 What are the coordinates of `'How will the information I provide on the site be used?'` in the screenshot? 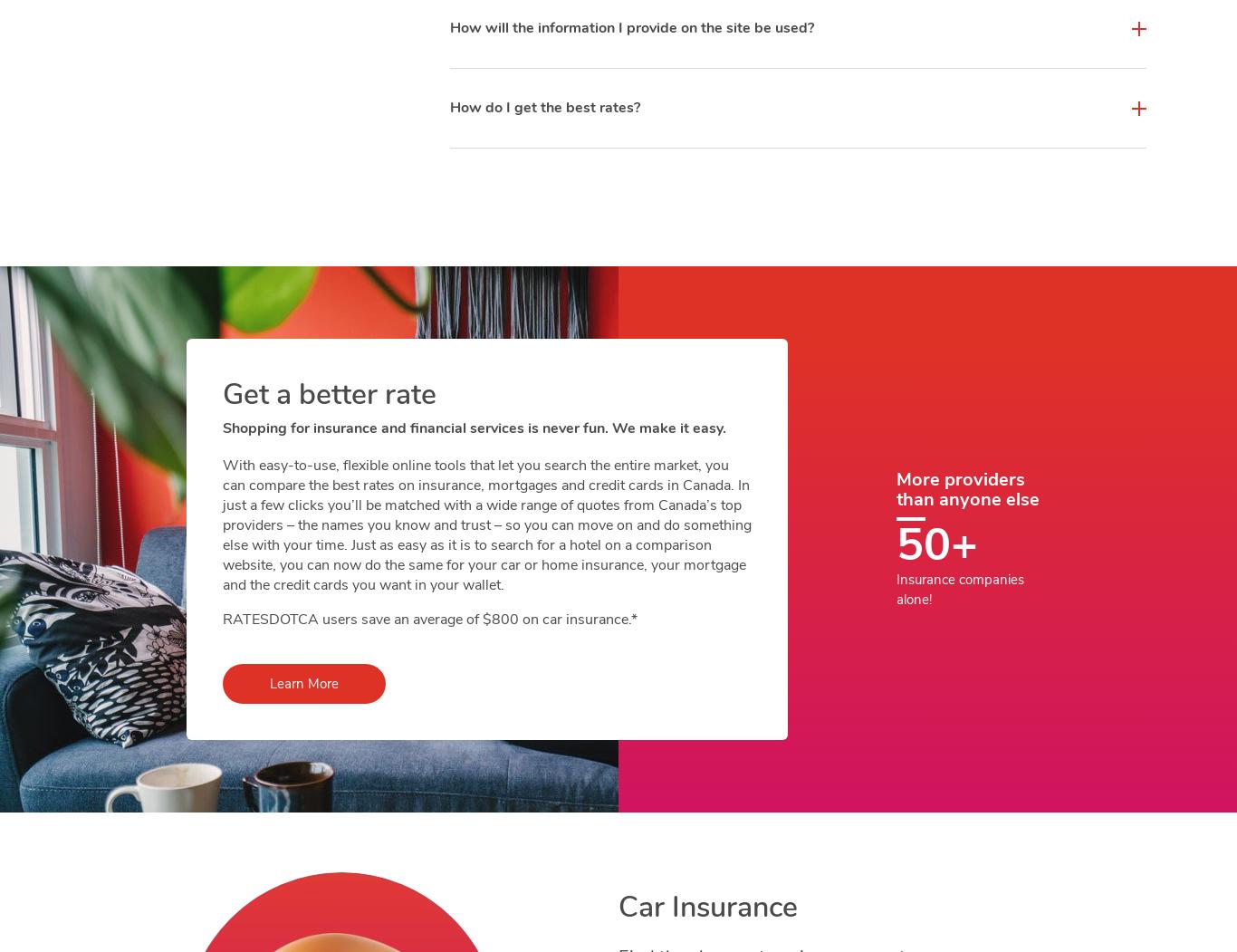 It's located at (630, 28).